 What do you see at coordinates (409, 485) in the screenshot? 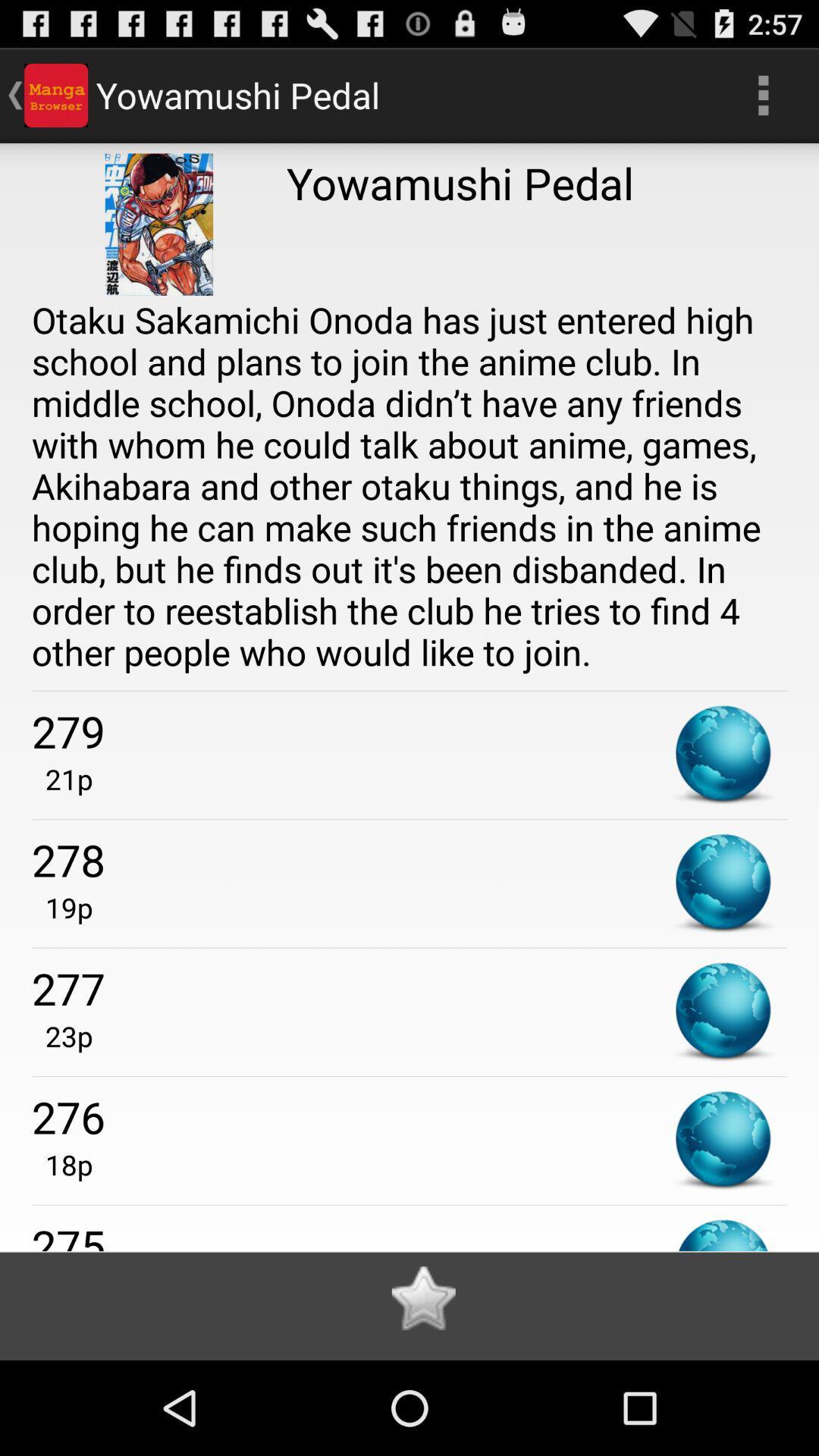
I see `otaku sakamichi onoda app` at bounding box center [409, 485].